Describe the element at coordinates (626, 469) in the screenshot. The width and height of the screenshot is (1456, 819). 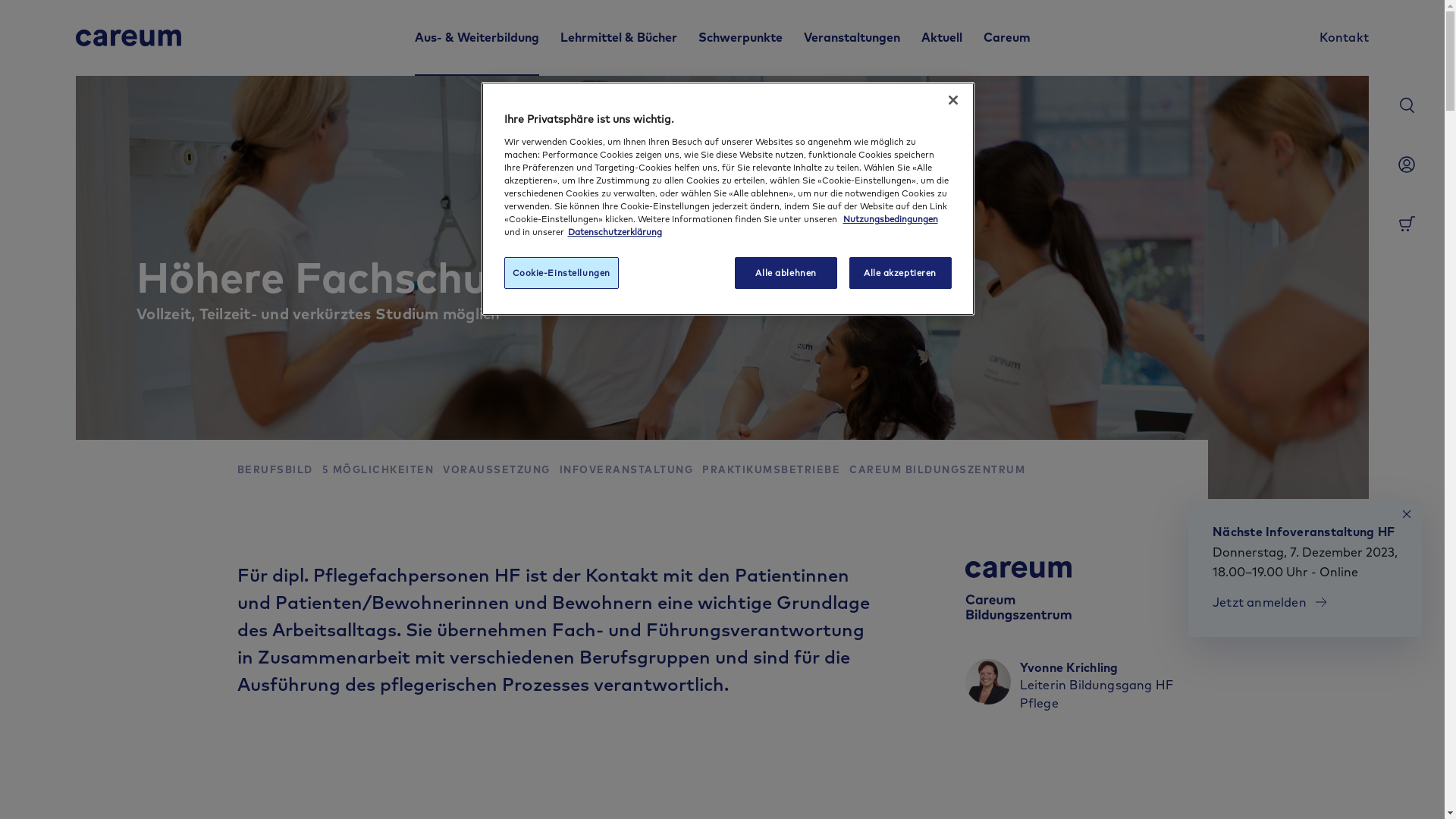
I see `'INFOVERANSTALTUNG'` at that location.